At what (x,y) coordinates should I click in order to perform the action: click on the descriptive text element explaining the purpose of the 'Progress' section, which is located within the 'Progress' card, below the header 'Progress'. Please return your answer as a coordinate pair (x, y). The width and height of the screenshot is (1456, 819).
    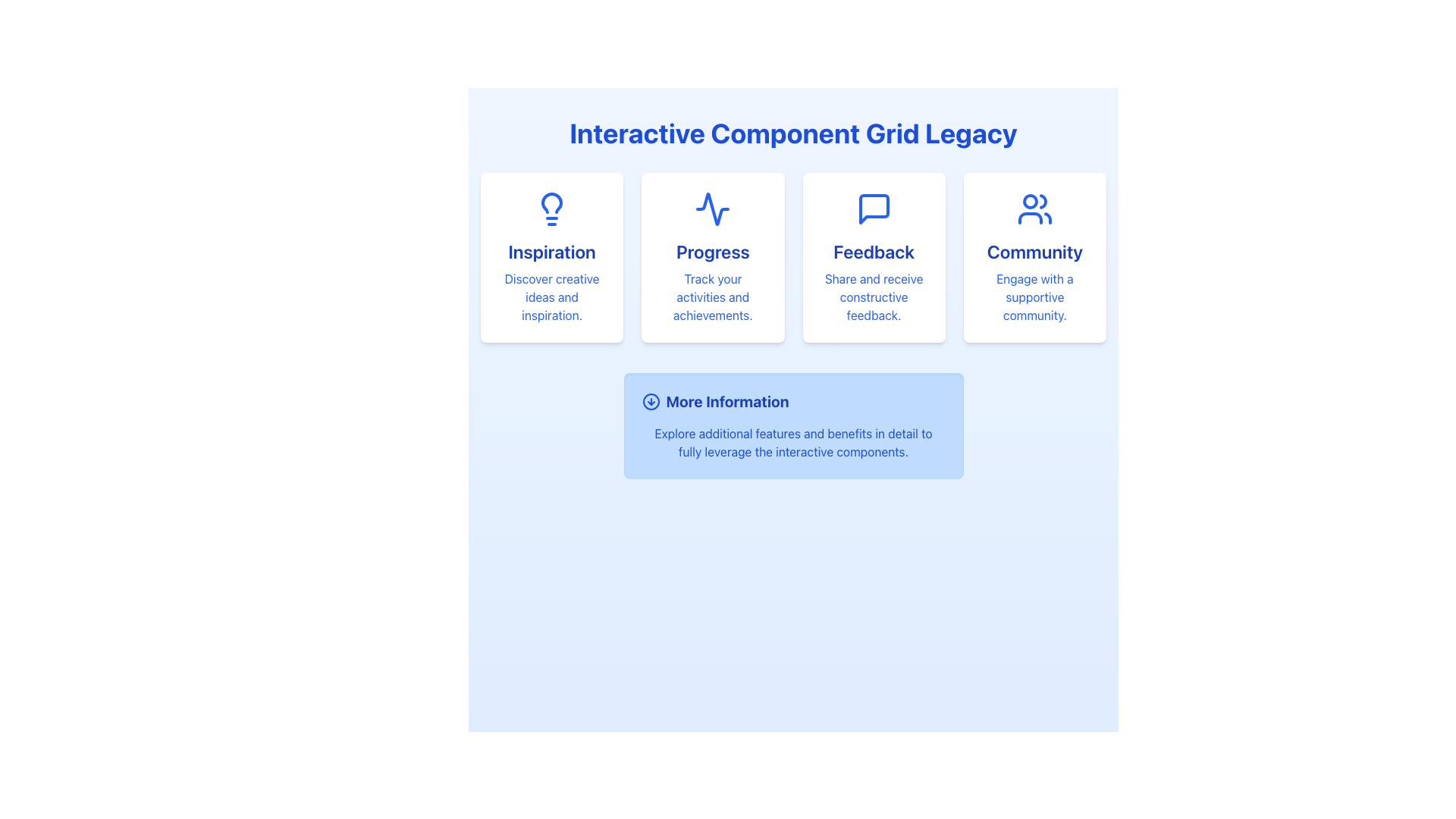
    Looking at the image, I should click on (712, 297).